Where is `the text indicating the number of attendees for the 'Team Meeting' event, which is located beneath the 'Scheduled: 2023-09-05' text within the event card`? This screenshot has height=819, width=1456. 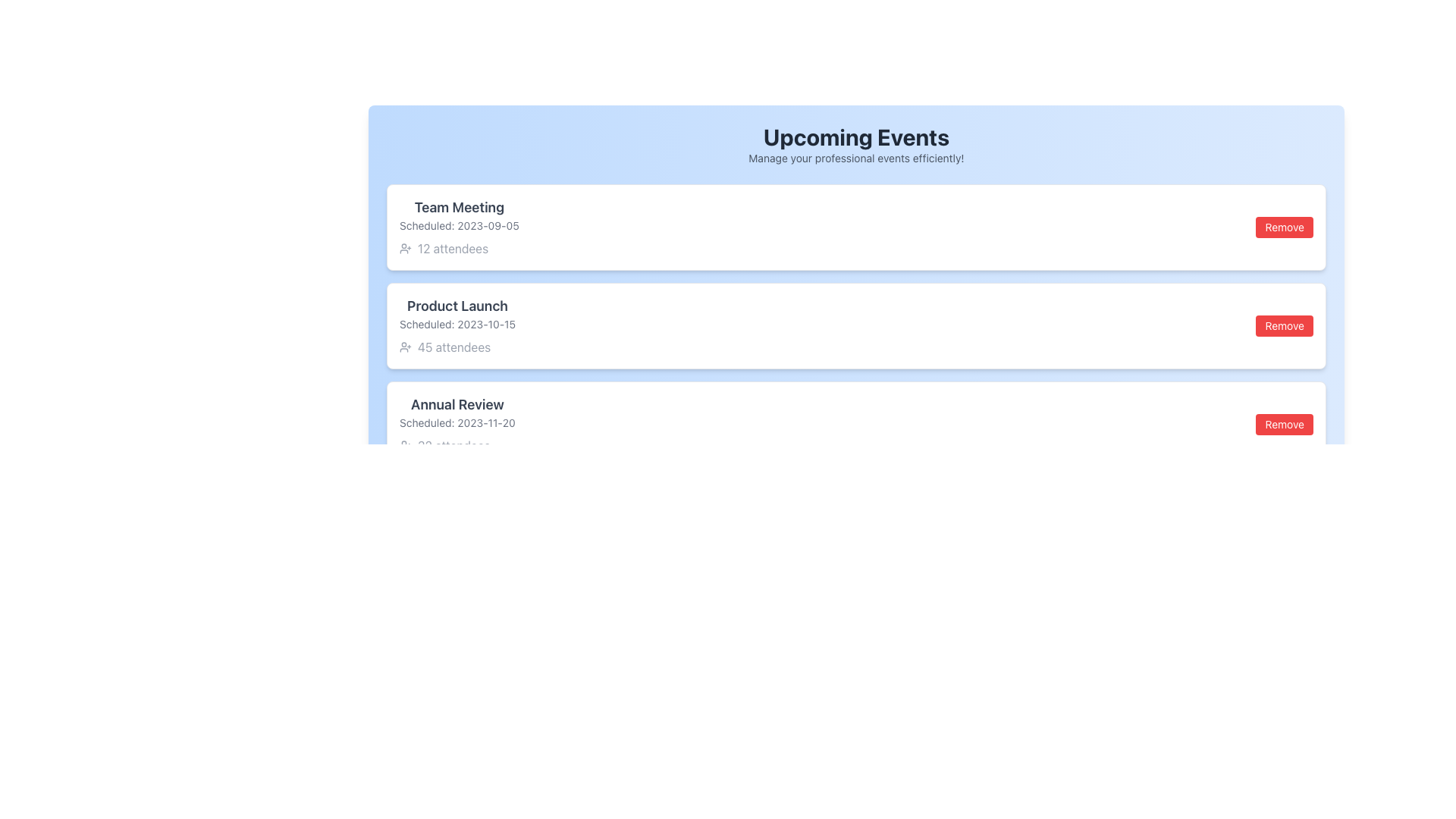 the text indicating the number of attendees for the 'Team Meeting' event, which is located beneath the 'Scheduled: 2023-09-05' text within the event card is located at coordinates (458, 247).